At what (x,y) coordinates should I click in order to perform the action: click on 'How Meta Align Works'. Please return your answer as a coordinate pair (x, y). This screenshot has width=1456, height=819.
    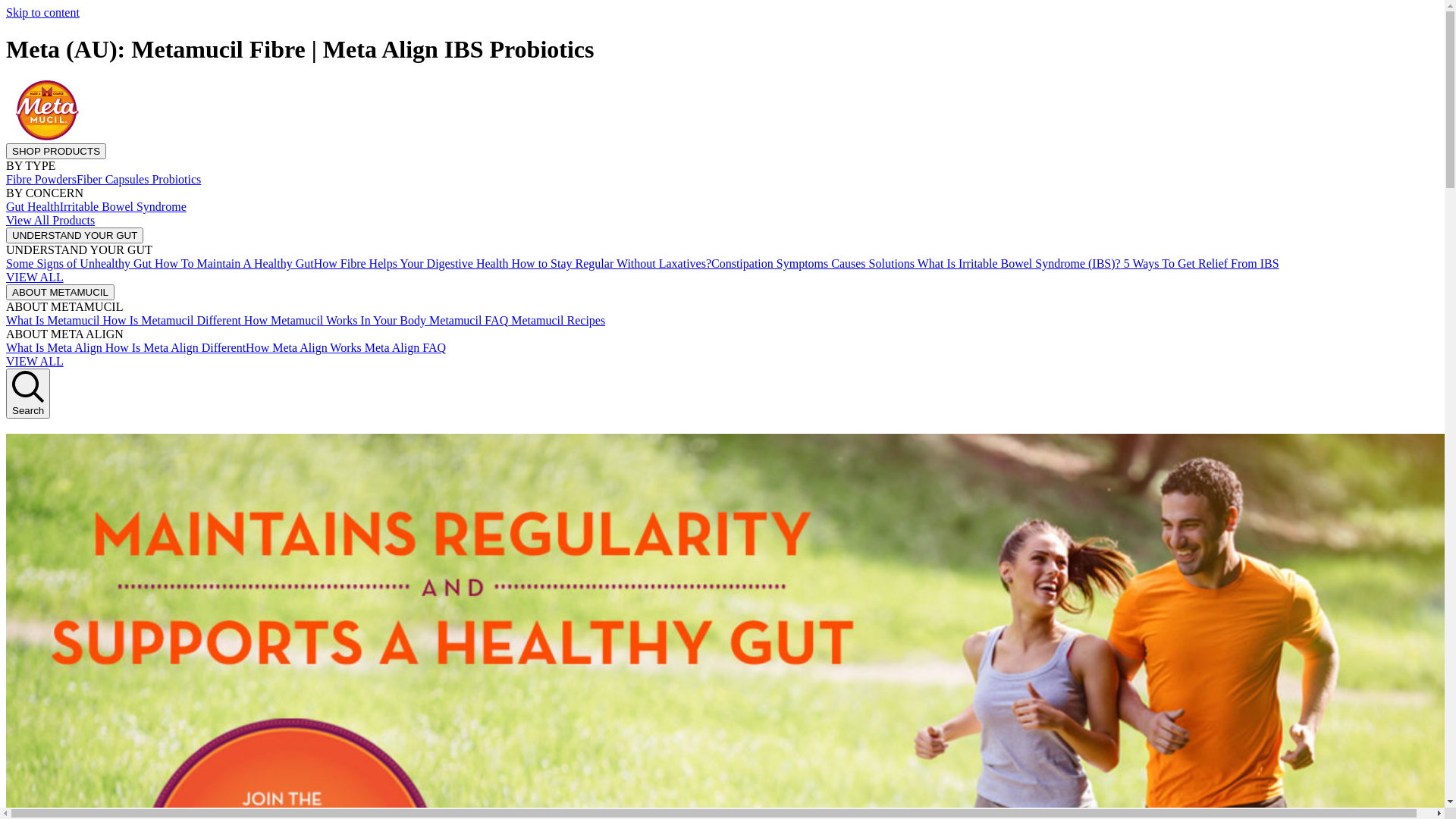
    Looking at the image, I should click on (303, 347).